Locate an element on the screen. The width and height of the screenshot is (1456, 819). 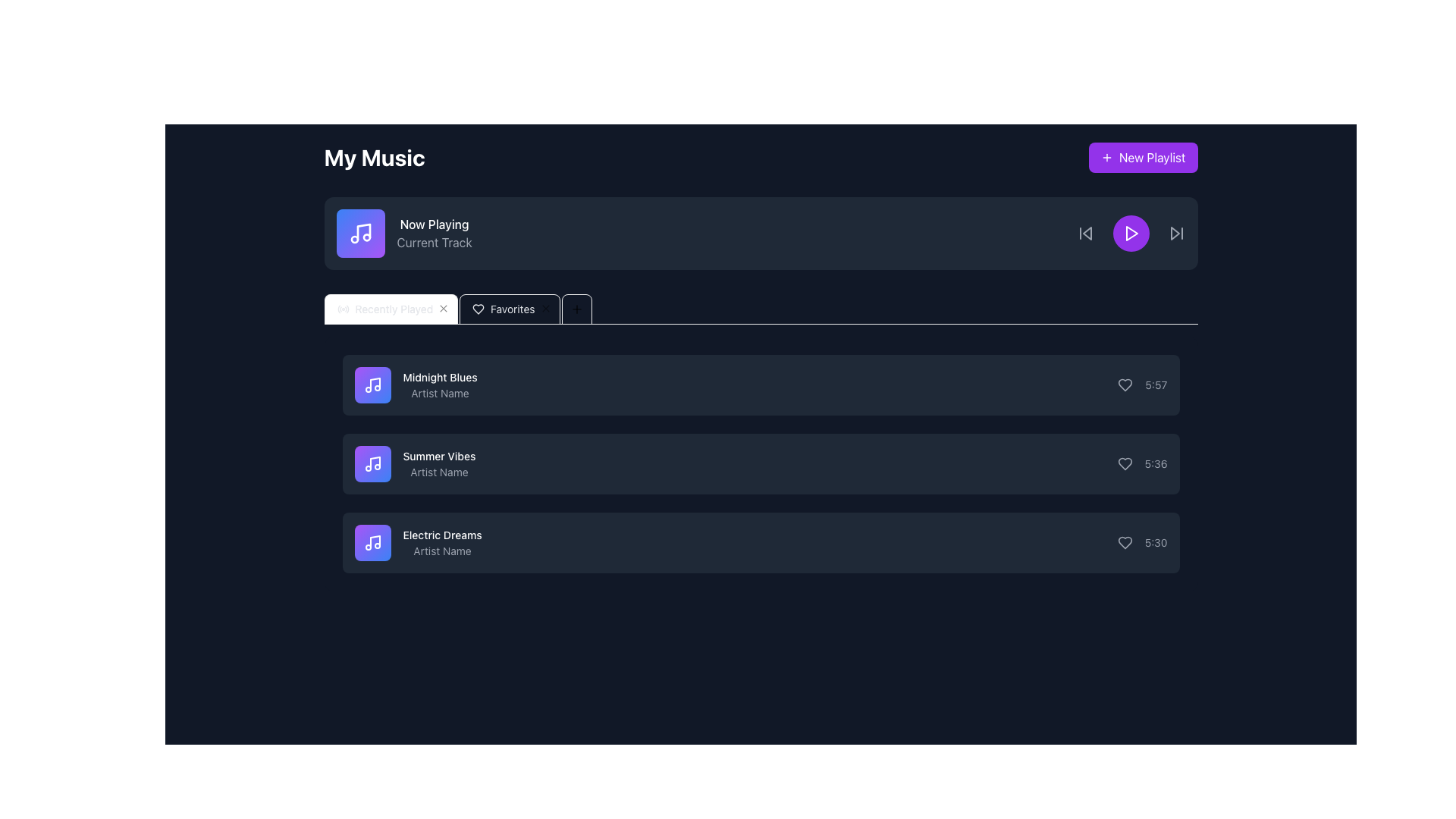
the filter button that displays or highlights 'Favorites' in the list of tracks, located between the 'Recently Played' button and the '+' button, directly below the 'Now Playing' section is located at coordinates (478, 309).